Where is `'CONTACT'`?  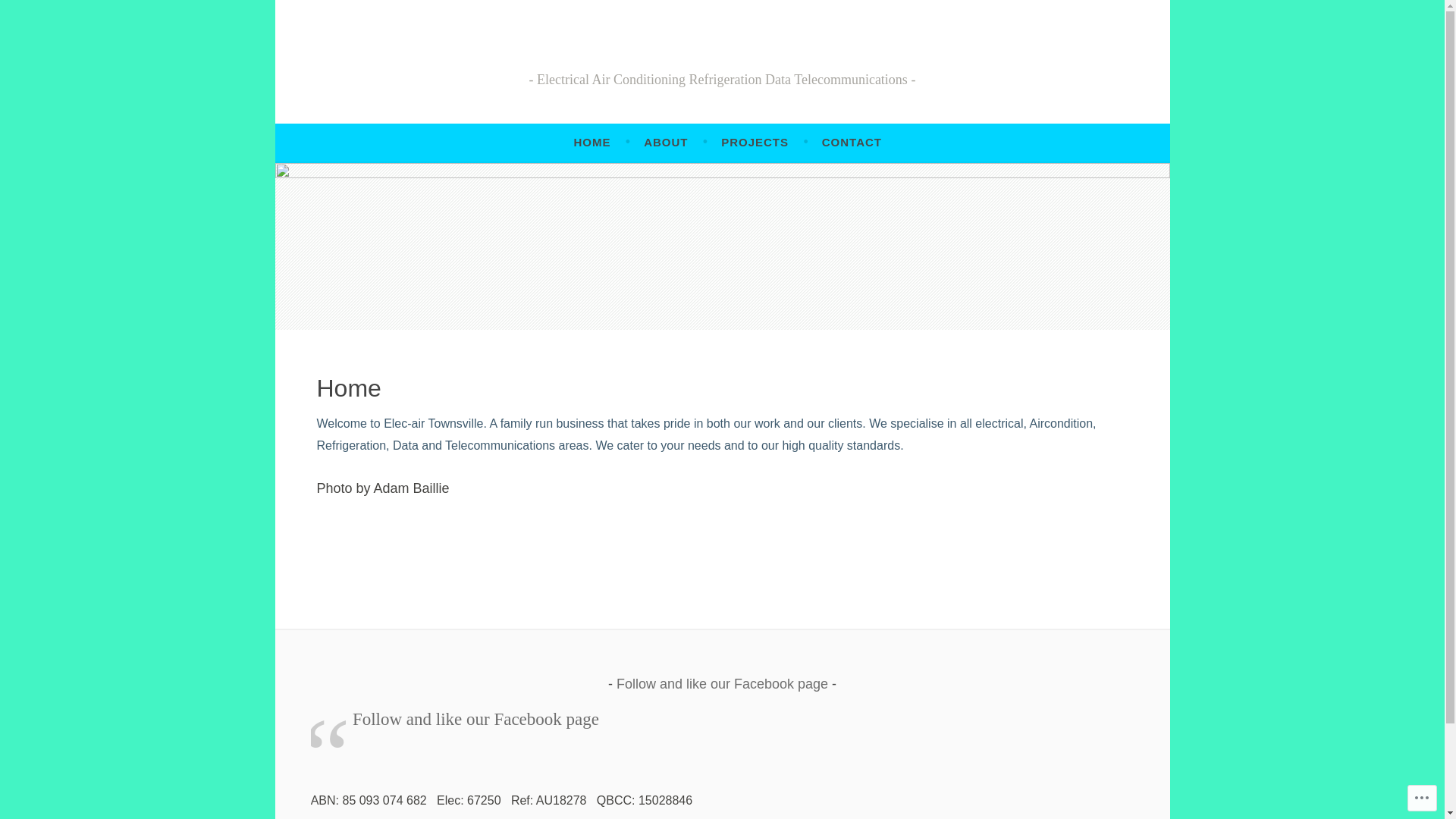
'CONTACT' is located at coordinates (852, 143).